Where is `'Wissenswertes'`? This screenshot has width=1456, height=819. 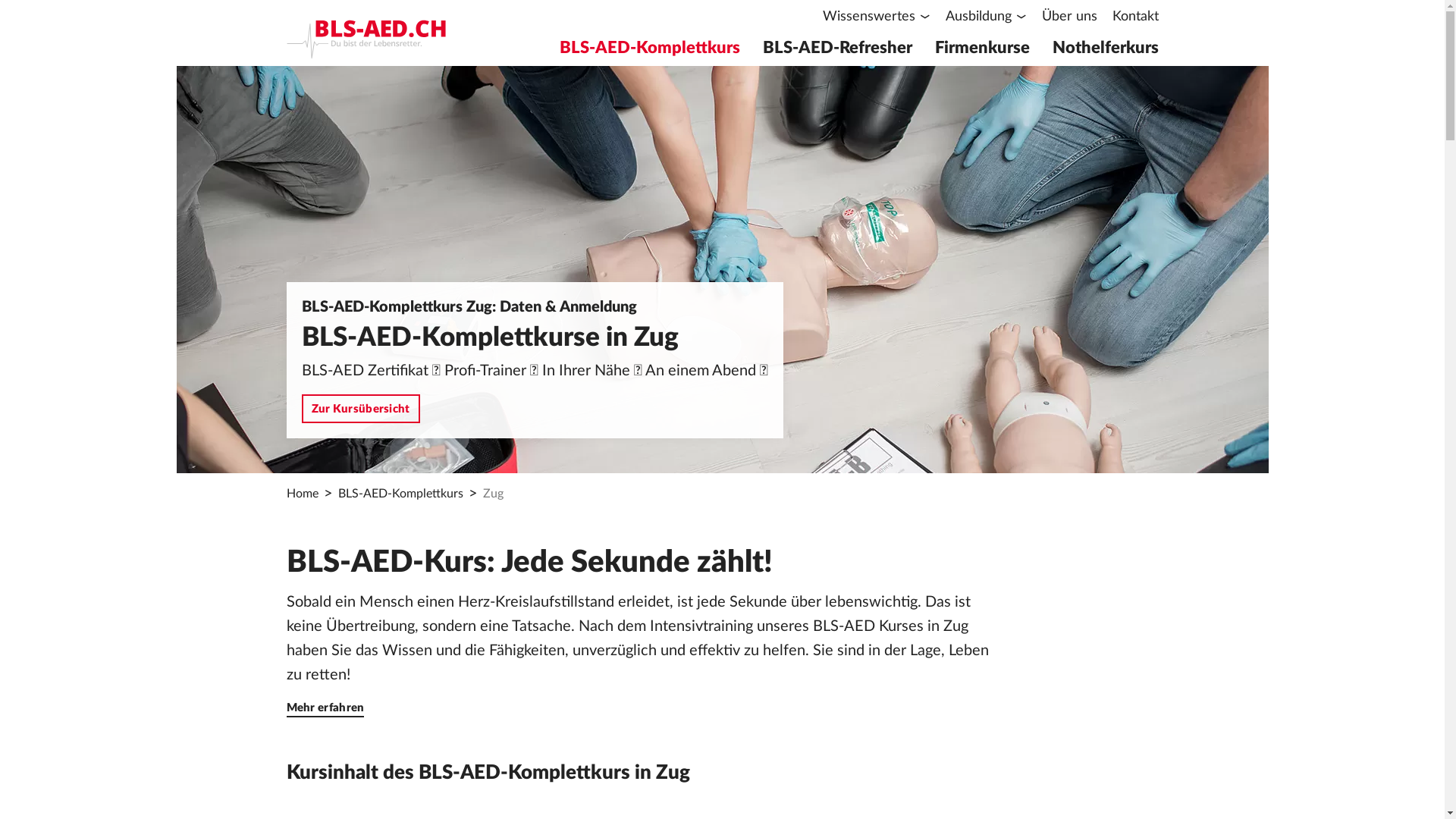 'Wissenswertes' is located at coordinates (876, 17).